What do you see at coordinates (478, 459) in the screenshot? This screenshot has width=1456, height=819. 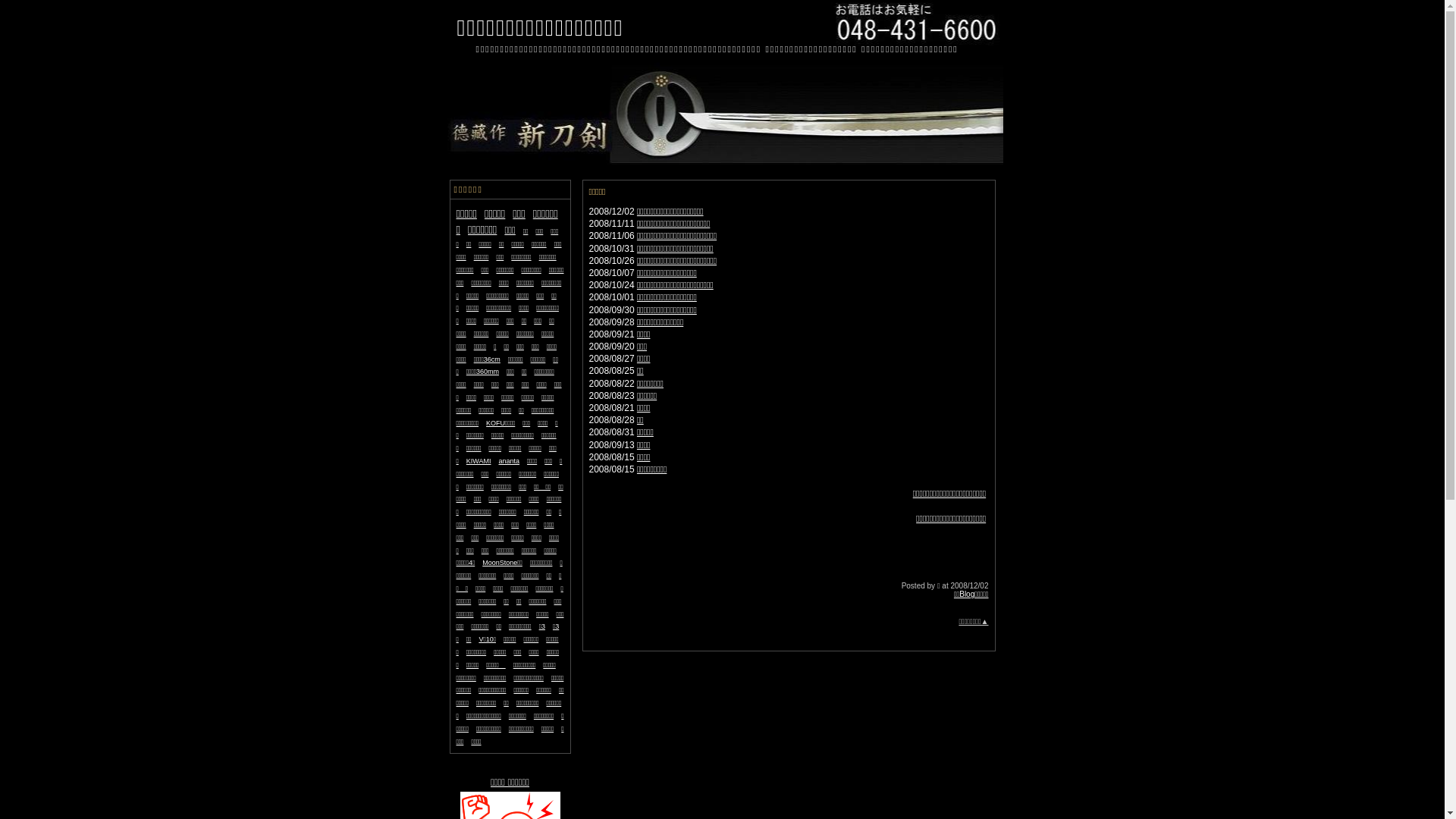 I see `'KIWAMI'` at bounding box center [478, 459].